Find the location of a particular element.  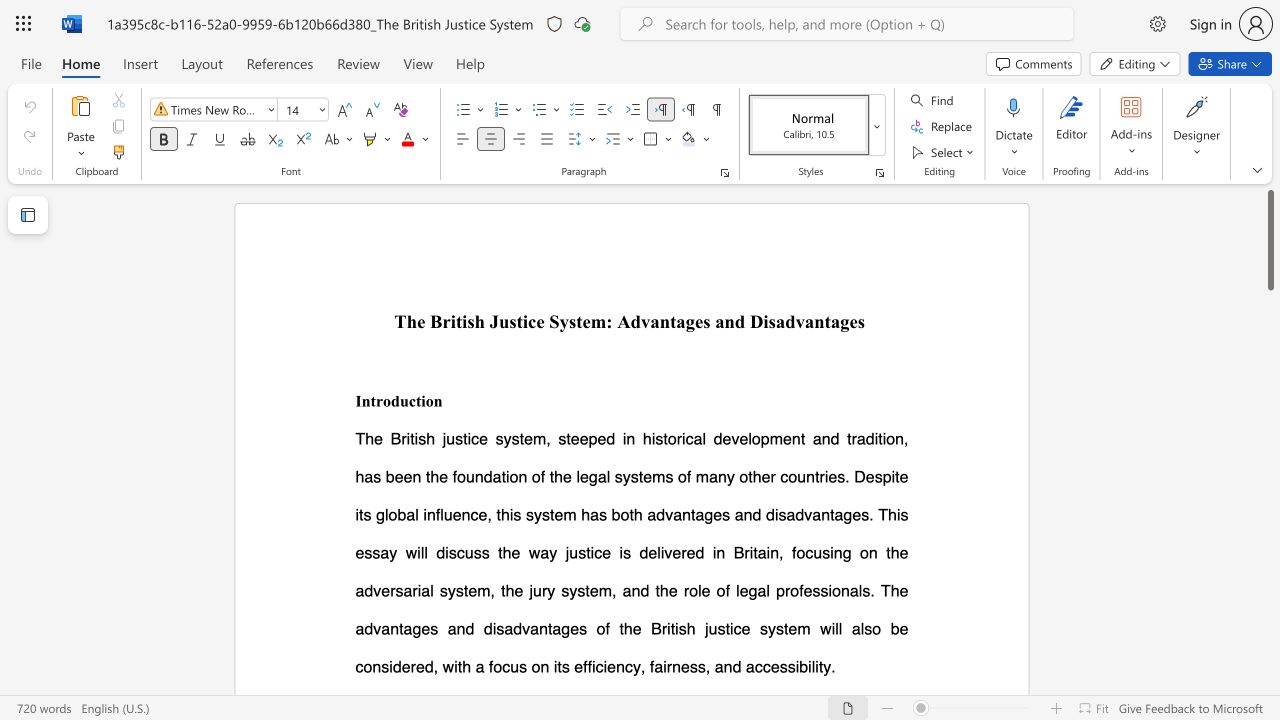

the scrollbar on the right is located at coordinates (1269, 528).